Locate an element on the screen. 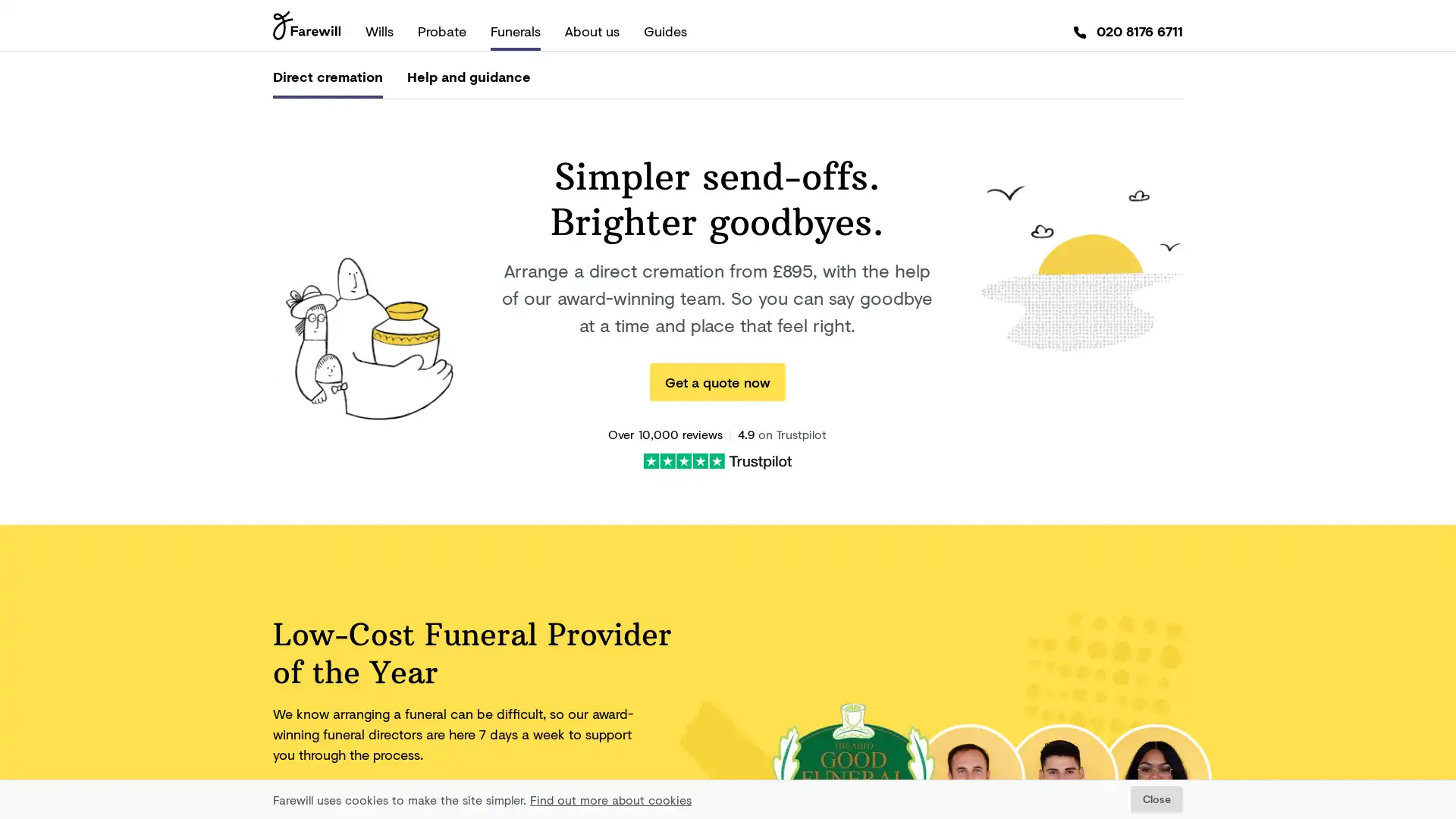 This screenshot has width=1456, height=819. Close cookie banner is located at coordinates (1156, 799).